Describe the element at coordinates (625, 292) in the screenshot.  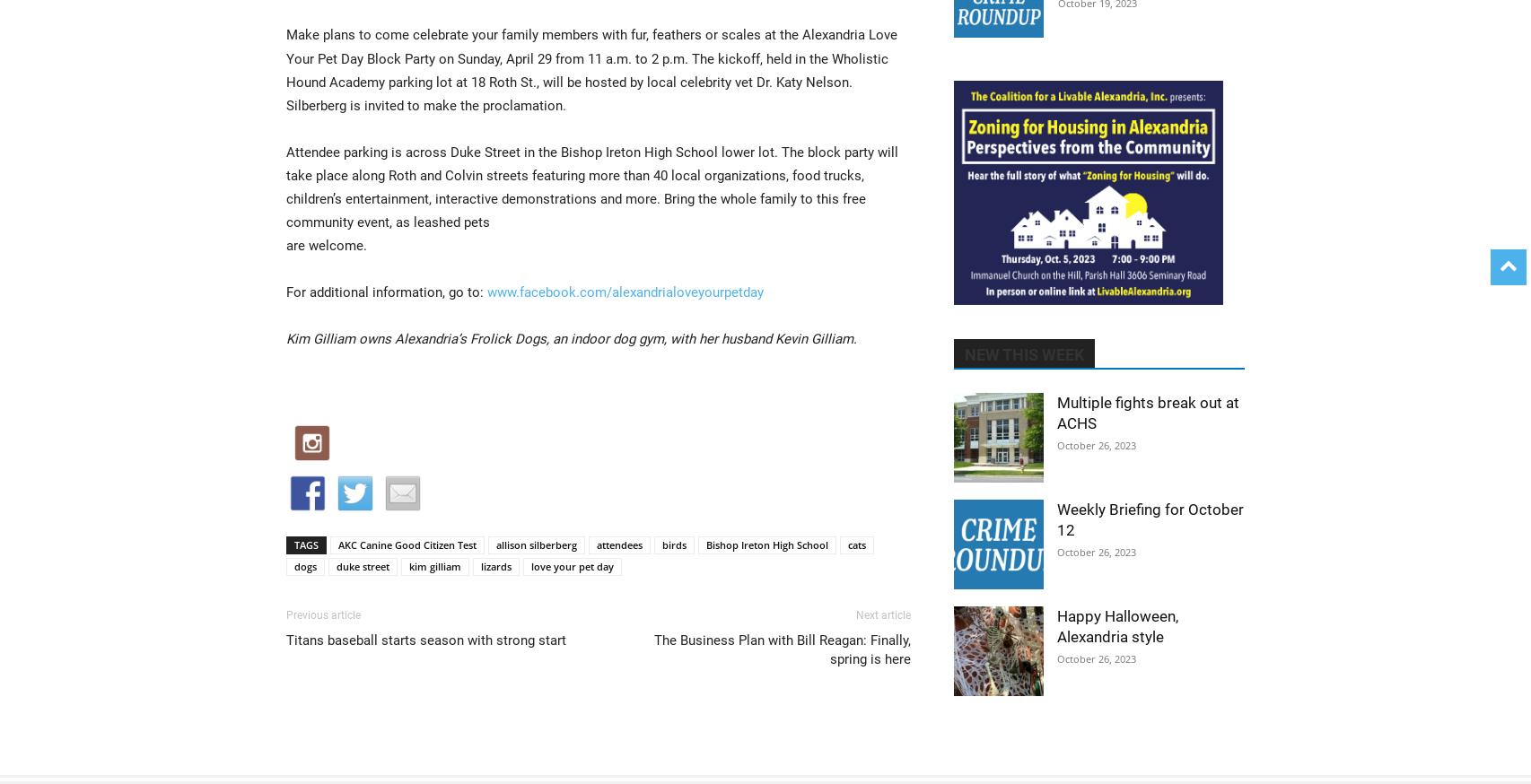
I see `'www.facebook.com/alexandrialoveyourpetday'` at that location.